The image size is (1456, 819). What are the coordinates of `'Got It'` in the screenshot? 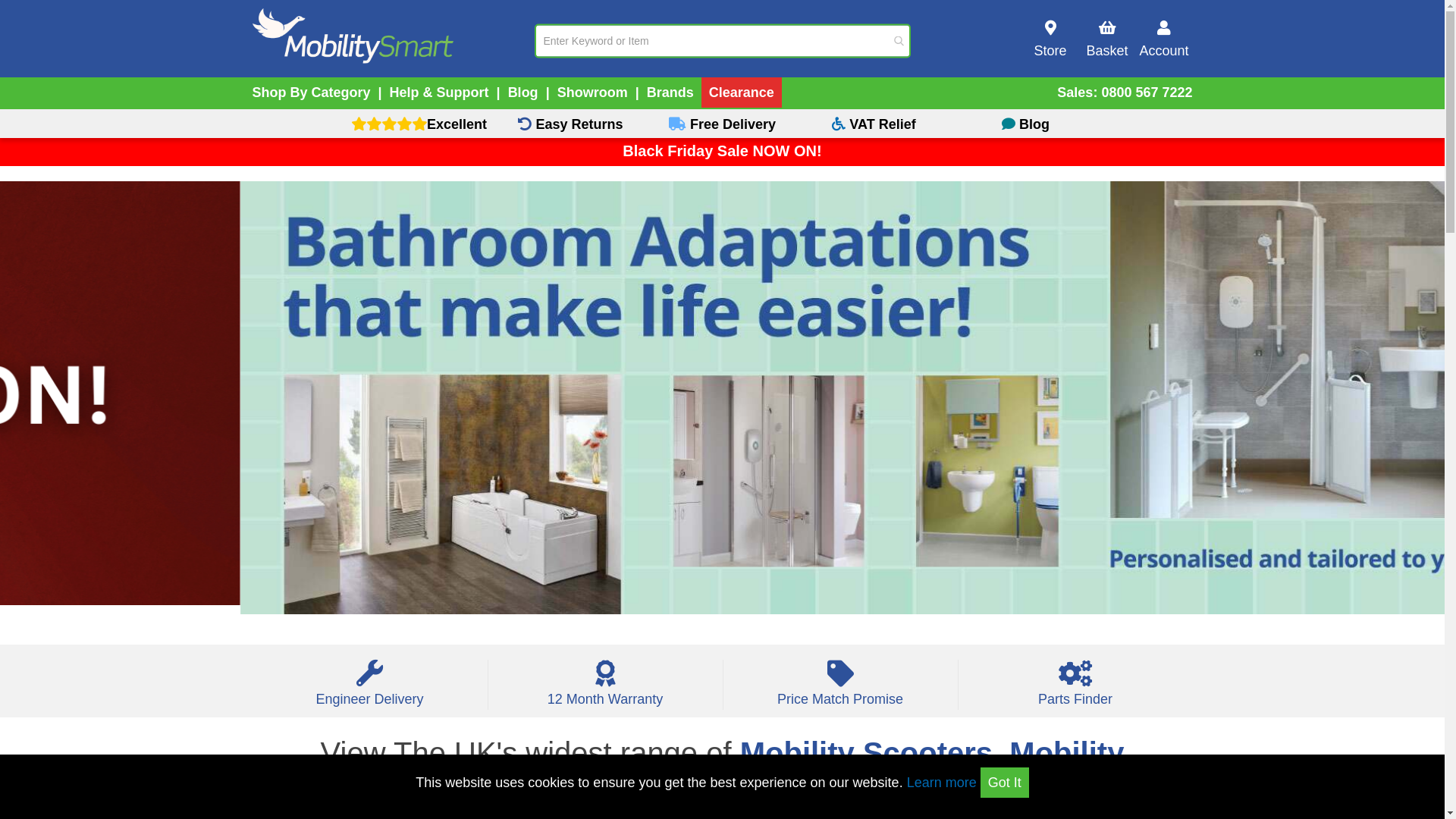 It's located at (1004, 783).